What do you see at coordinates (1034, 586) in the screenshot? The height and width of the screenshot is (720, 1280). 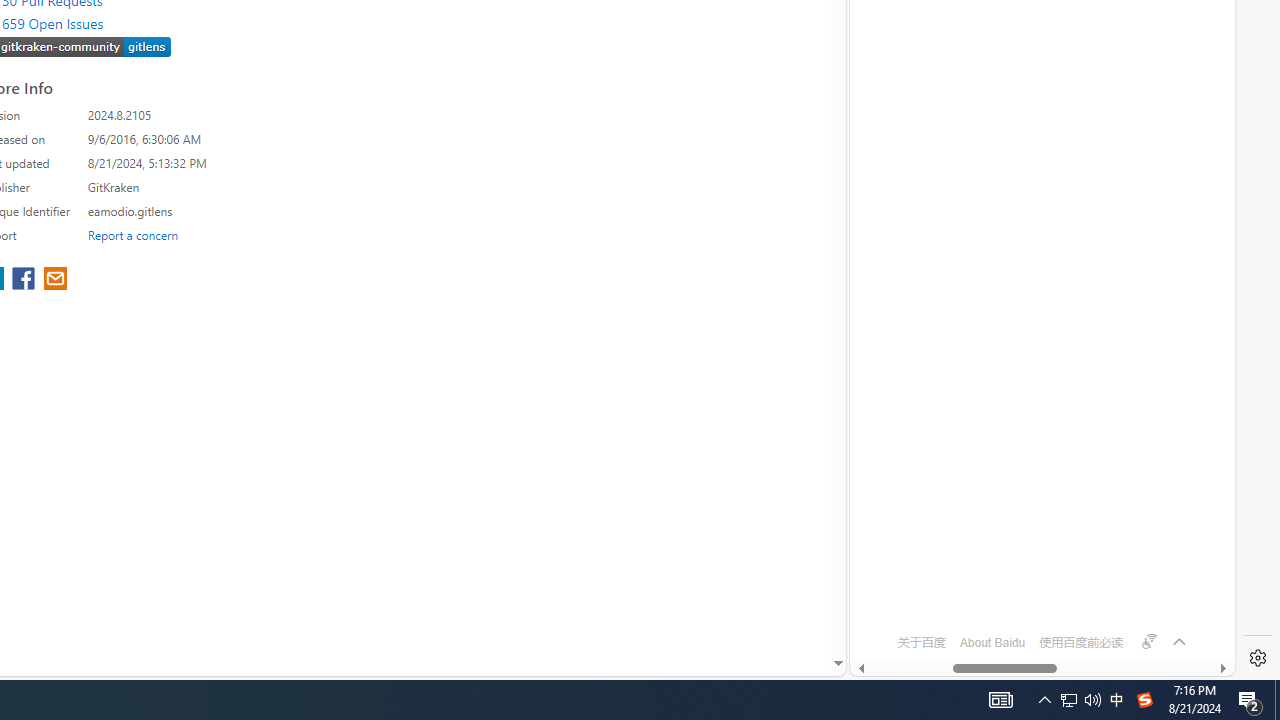 I see `'OFTV'` at bounding box center [1034, 586].